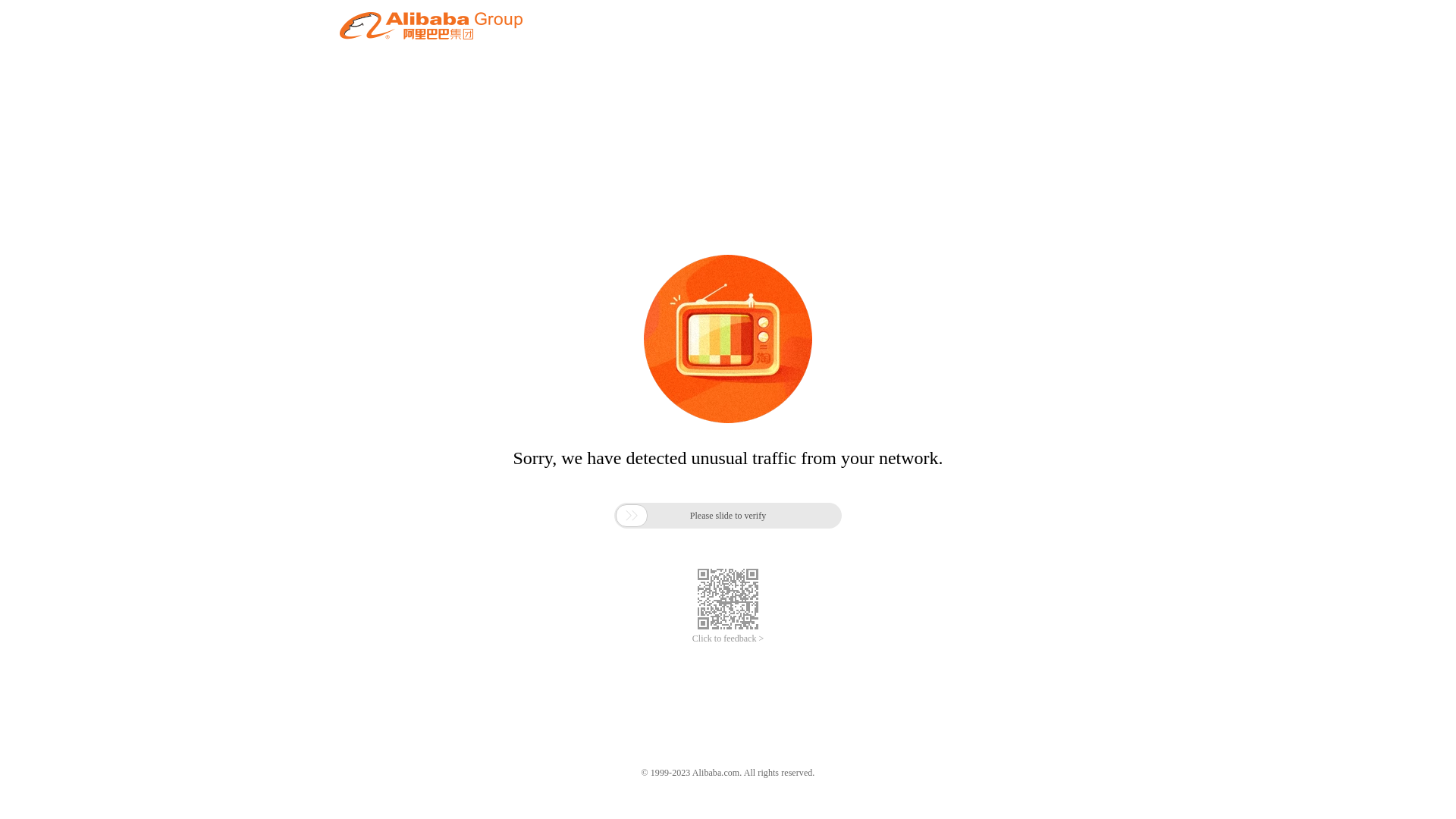 This screenshot has width=1456, height=819. Describe the element at coordinates (728, 639) in the screenshot. I see `'Click to feedback >'` at that location.